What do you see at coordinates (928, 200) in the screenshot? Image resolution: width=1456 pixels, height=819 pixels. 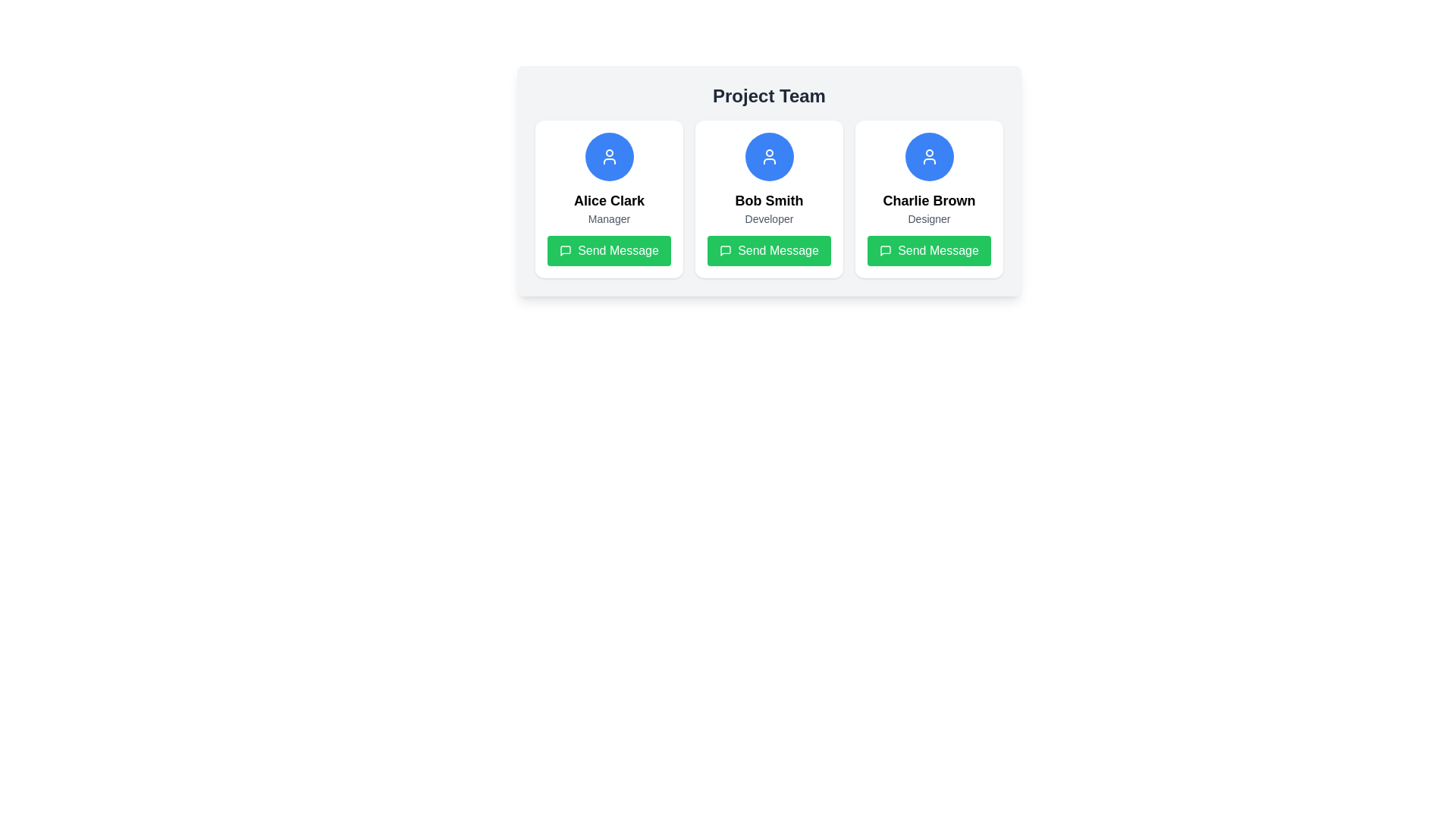 I see `the text element that identifies the name of the individual represented by the third card in a horizontal list, which also includes a subtitle stating 'Designer'` at bounding box center [928, 200].